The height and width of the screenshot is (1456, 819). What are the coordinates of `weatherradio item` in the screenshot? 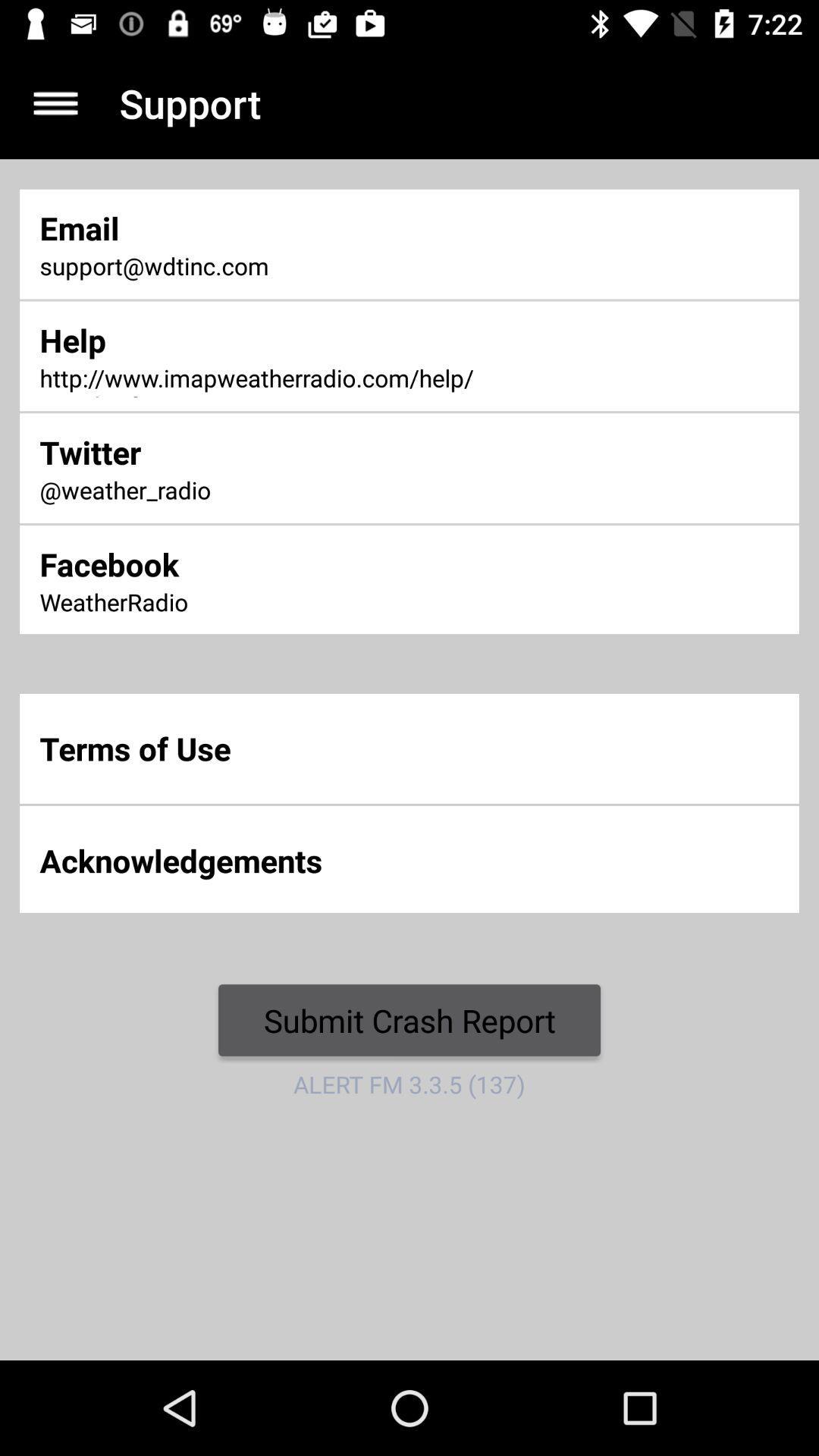 It's located at (270, 603).